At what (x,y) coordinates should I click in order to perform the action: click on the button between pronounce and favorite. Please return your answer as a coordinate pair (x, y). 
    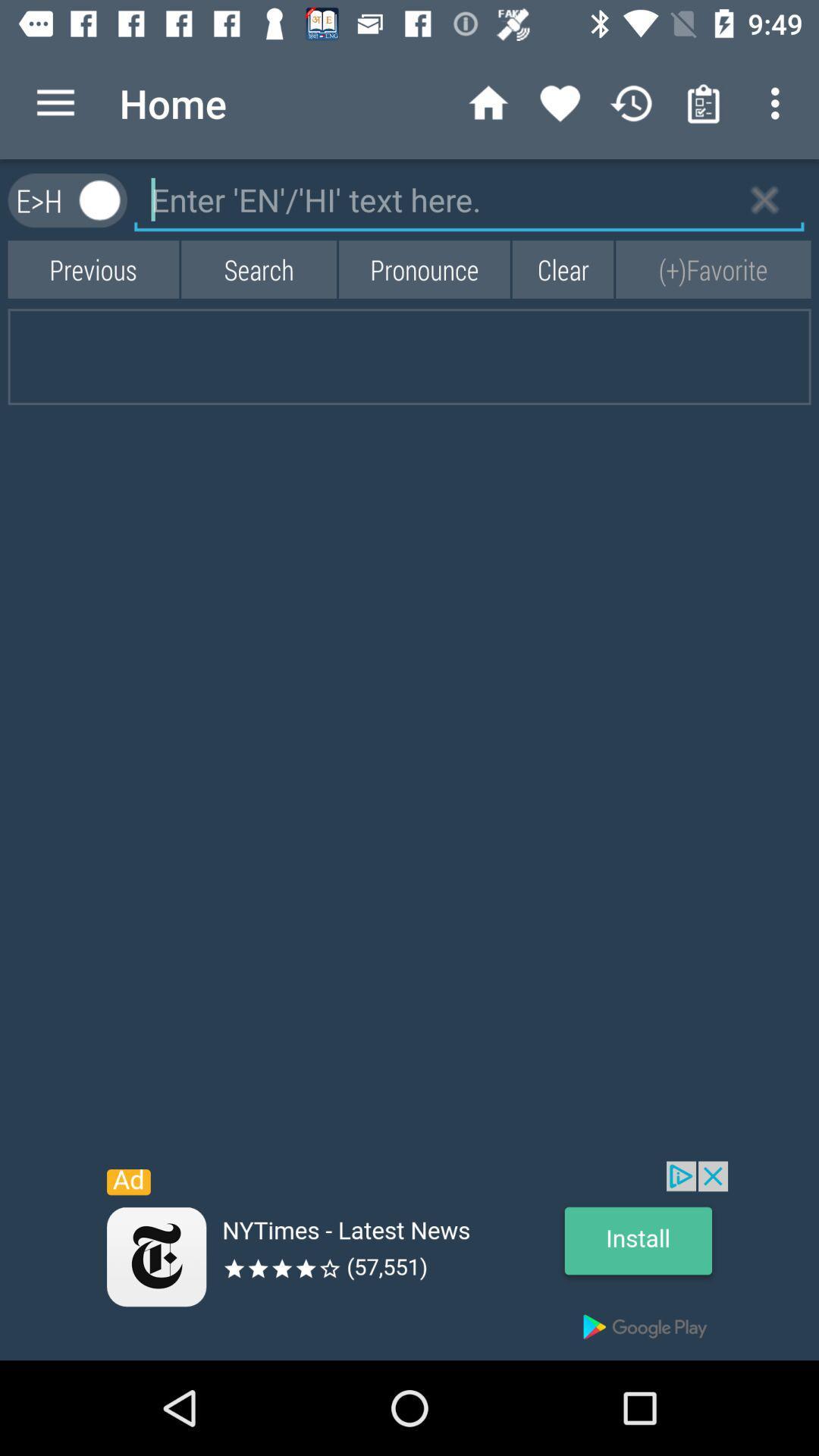
    Looking at the image, I should click on (563, 269).